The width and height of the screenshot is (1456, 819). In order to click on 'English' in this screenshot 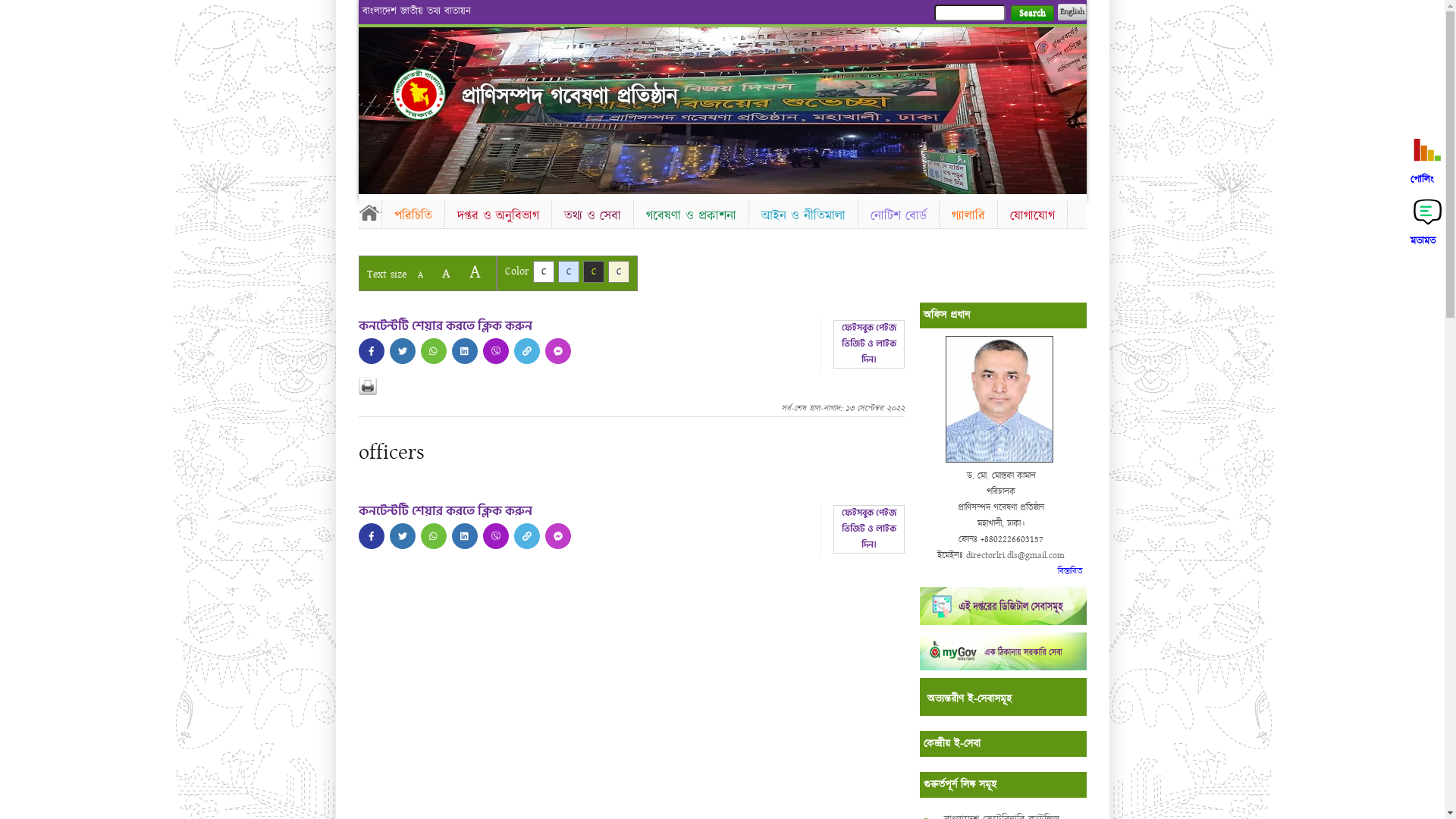, I will do `click(1070, 11)`.